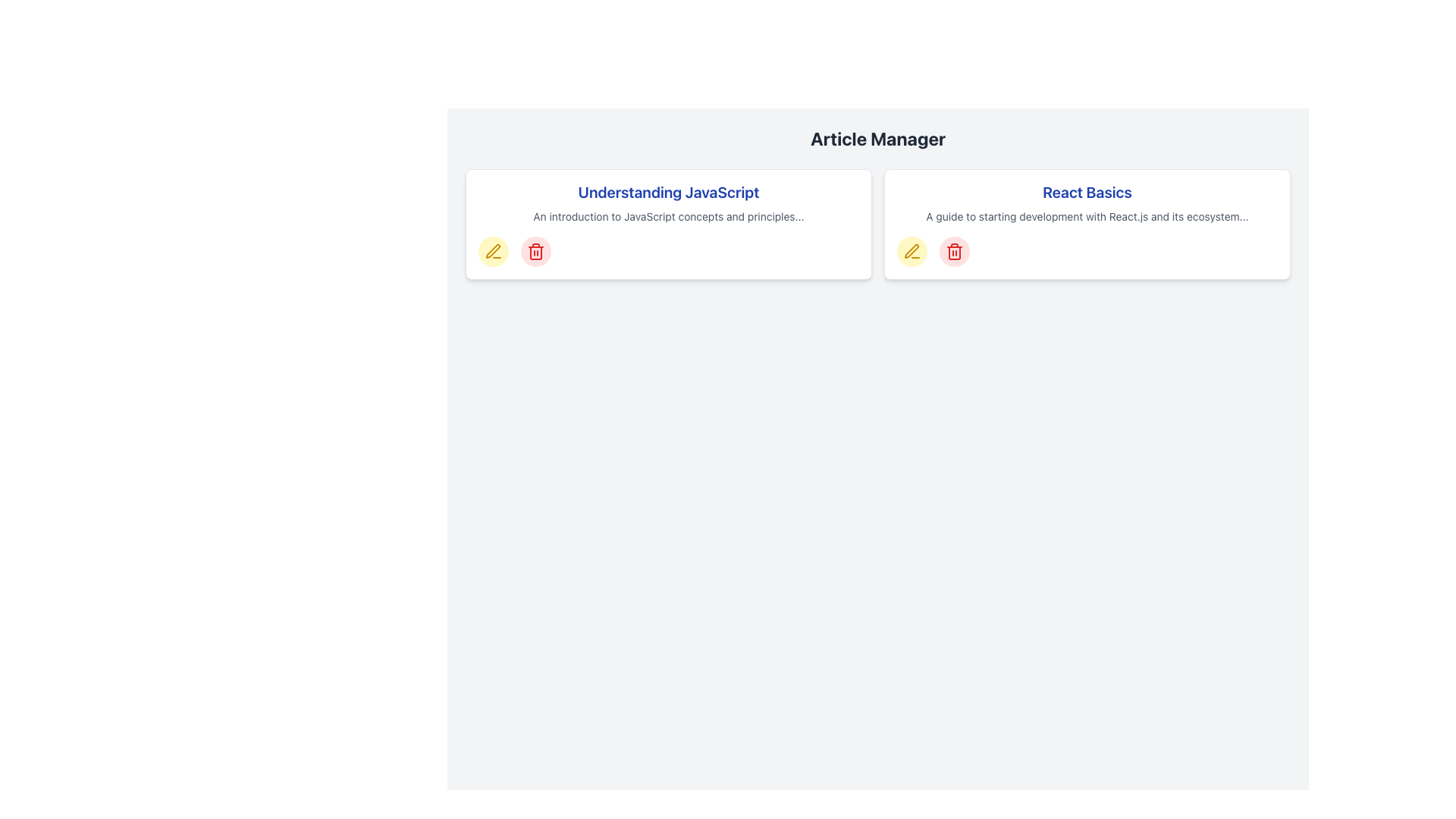 Image resolution: width=1456 pixels, height=819 pixels. Describe the element at coordinates (953, 250) in the screenshot. I see `the trash can icon button located to the right of the yellow pencil icon` at that location.